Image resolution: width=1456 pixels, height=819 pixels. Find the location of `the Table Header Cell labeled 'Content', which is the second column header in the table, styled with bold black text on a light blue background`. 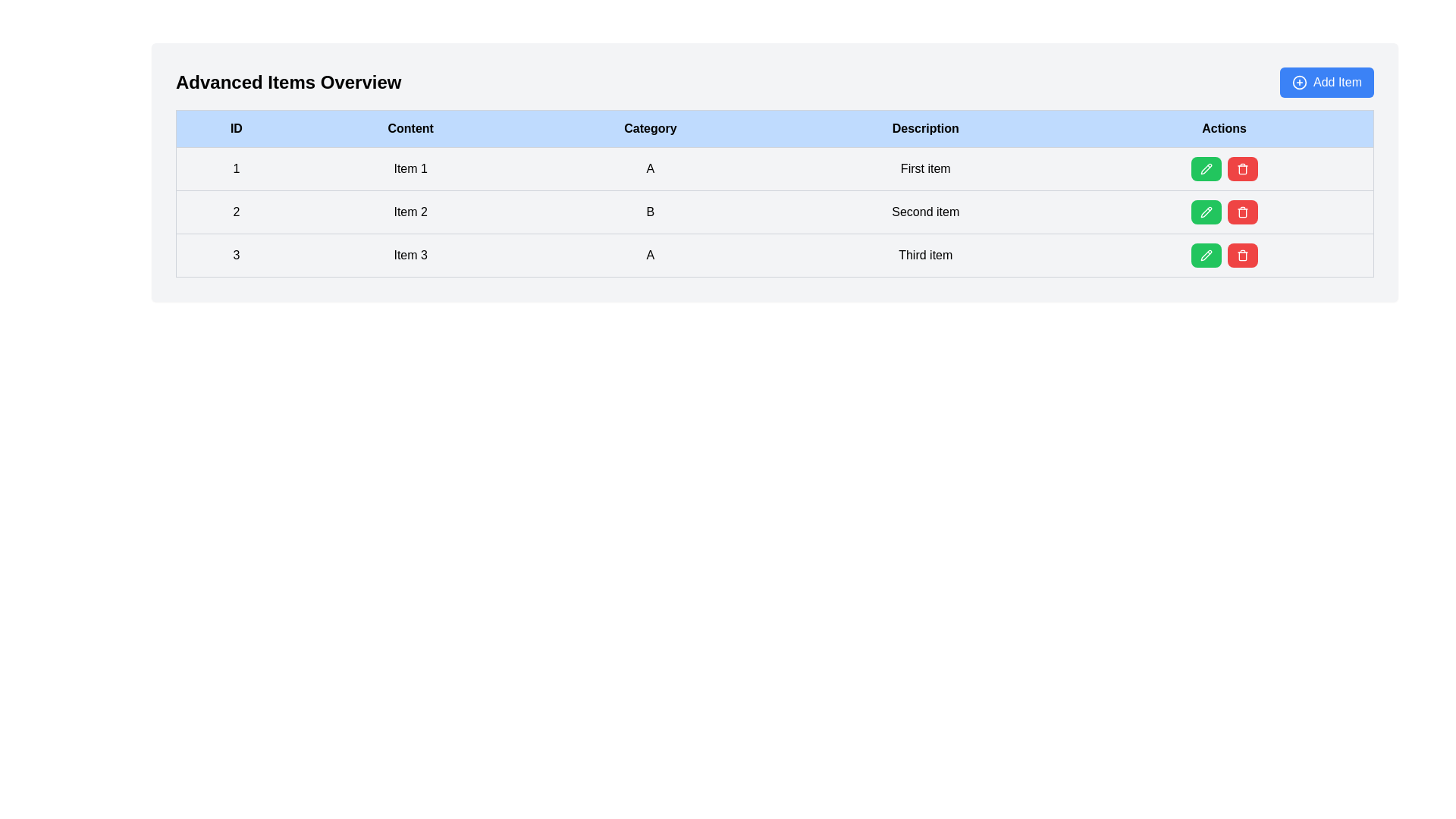

the Table Header Cell labeled 'Content', which is the second column header in the table, styled with bold black text on a light blue background is located at coordinates (410, 127).